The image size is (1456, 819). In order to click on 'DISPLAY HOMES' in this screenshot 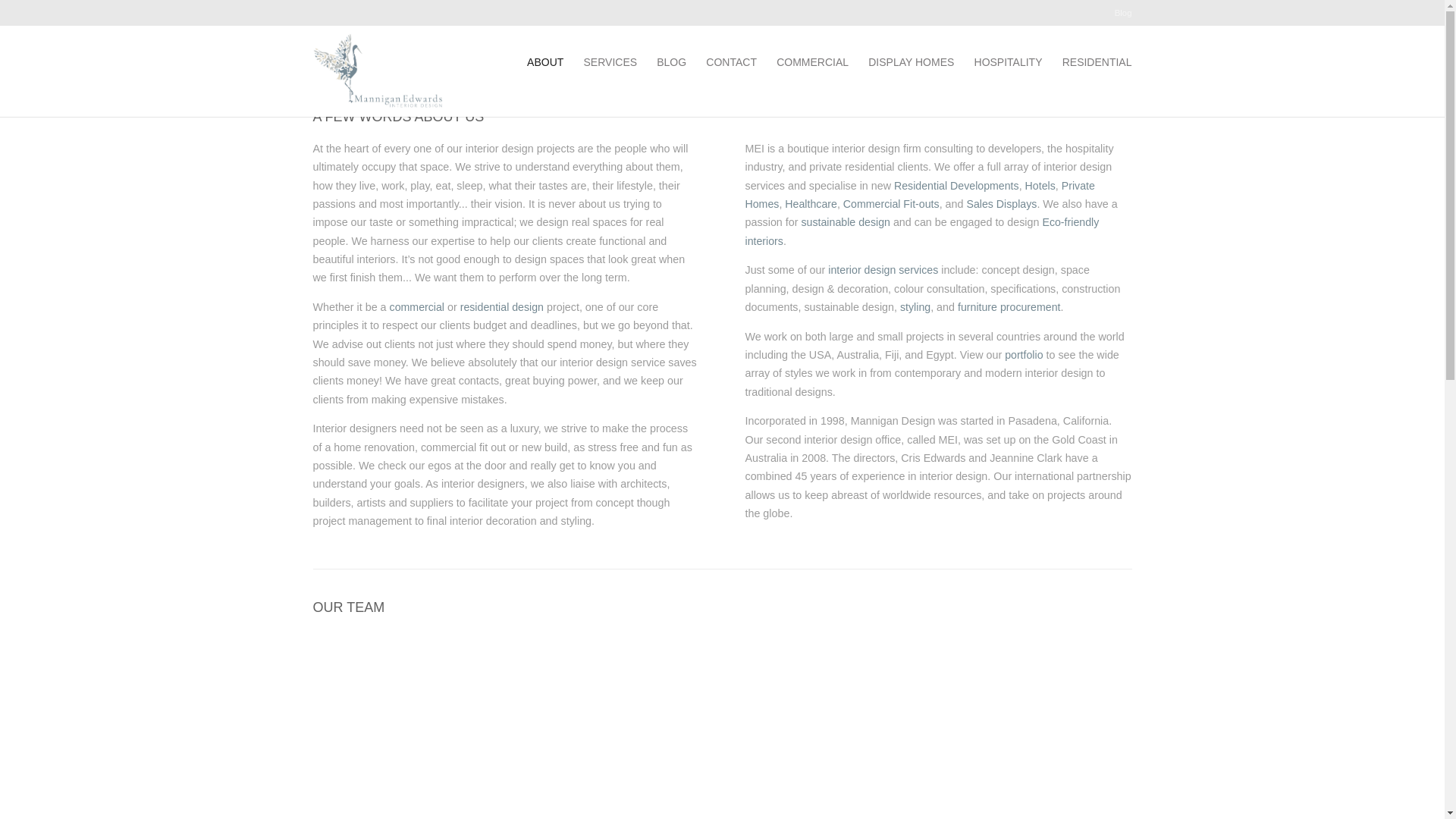, I will do `click(910, 61)`.